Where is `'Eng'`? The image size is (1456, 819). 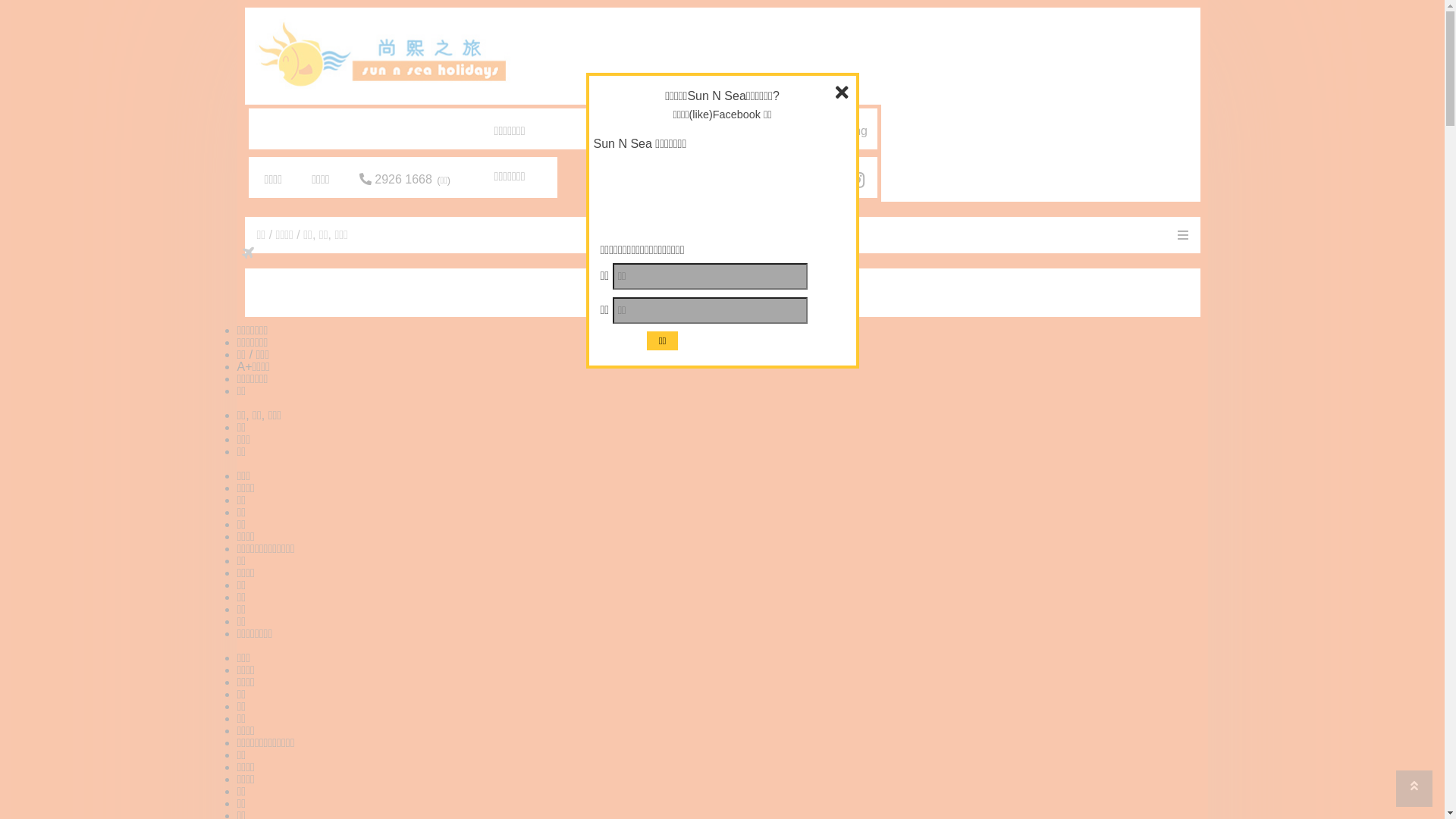 'Eng' is located at coordinates (856, 130).